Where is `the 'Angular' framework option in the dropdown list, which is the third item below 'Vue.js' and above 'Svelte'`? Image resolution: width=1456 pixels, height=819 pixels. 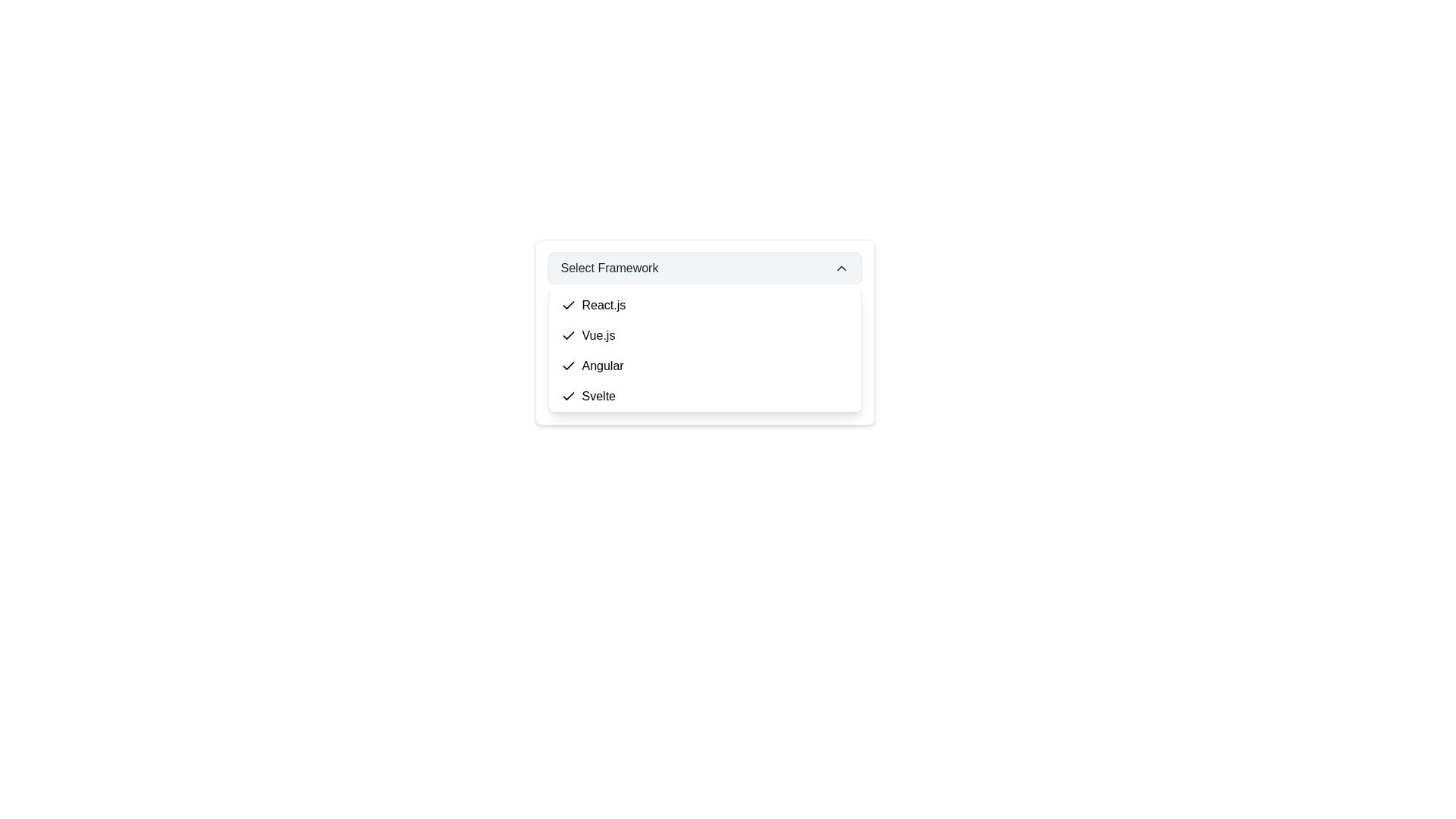
the 'Angular' framework option in the dropdown list, which is the third item below 'Vue.js' and above 'Svelte' is located at coordinates (602, 366).